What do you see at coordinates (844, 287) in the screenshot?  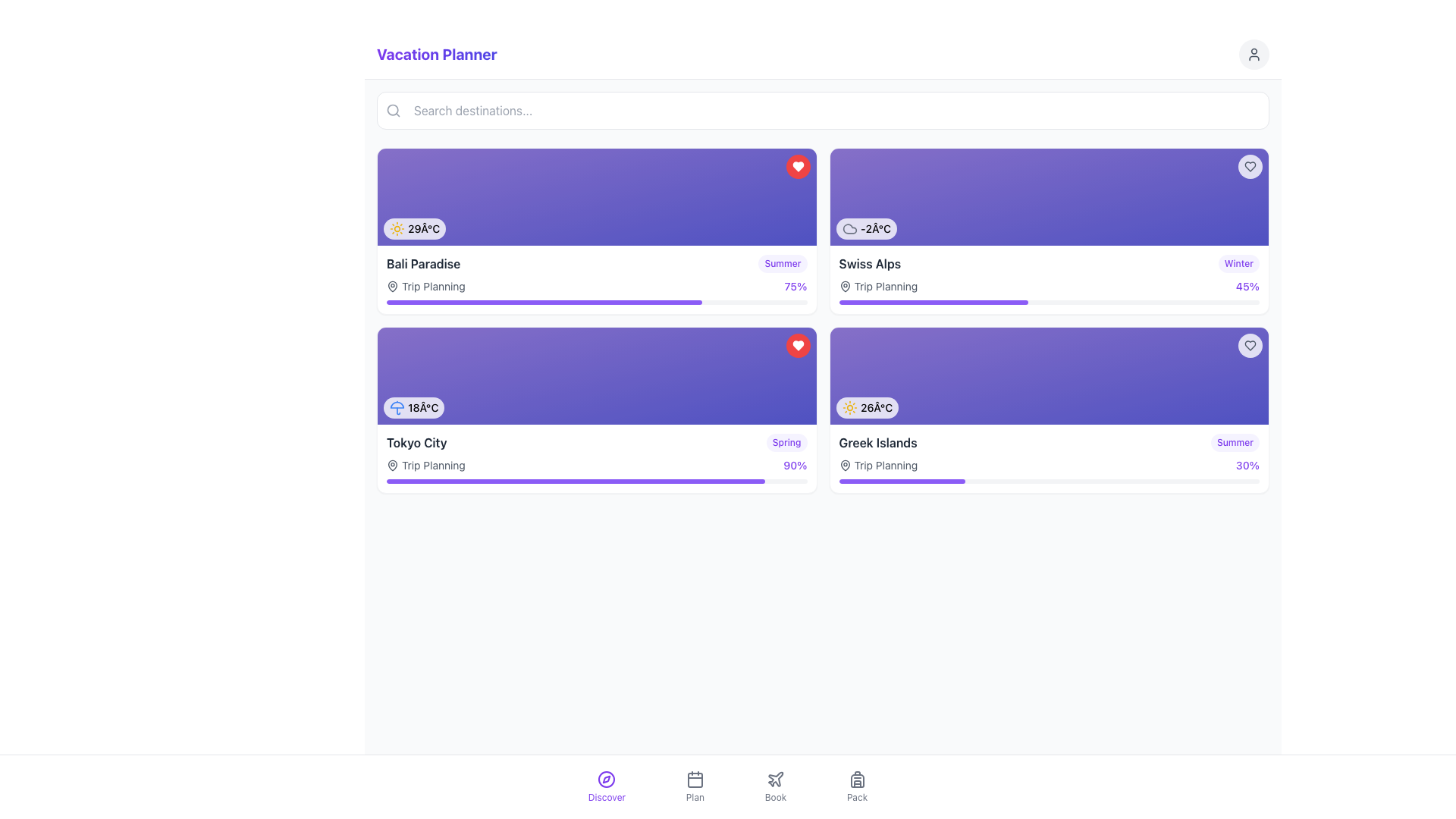 I see `the map marker icon located below the weather information and temperature icon in the 'Swiss Alps' card` at bounding box center [844, 287].